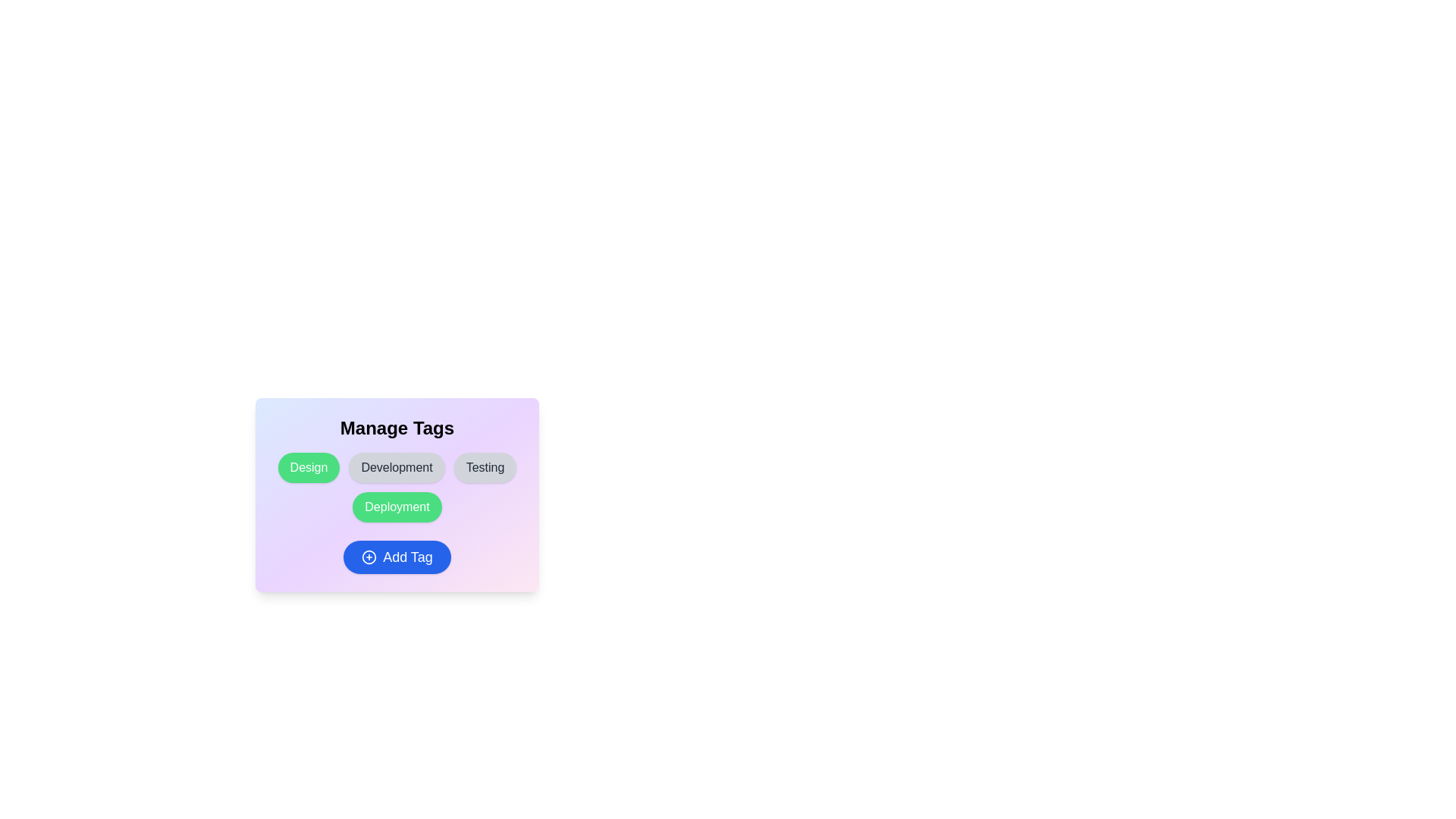  I want to click on the tag chip labeled Deployment, so click(397, 507).